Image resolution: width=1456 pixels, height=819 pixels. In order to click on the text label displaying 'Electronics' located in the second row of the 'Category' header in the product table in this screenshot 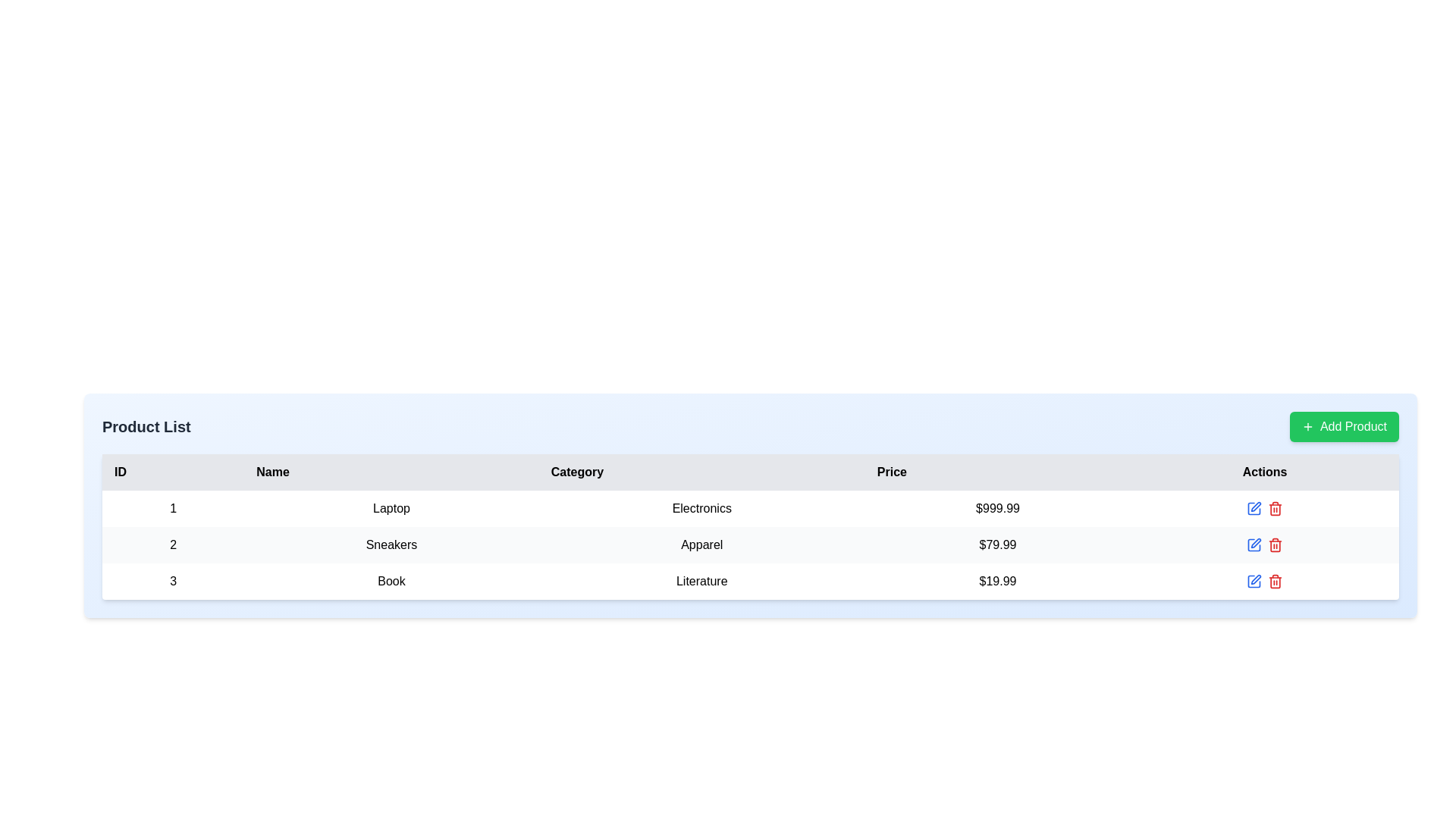, I will do `click(701, 509)`.